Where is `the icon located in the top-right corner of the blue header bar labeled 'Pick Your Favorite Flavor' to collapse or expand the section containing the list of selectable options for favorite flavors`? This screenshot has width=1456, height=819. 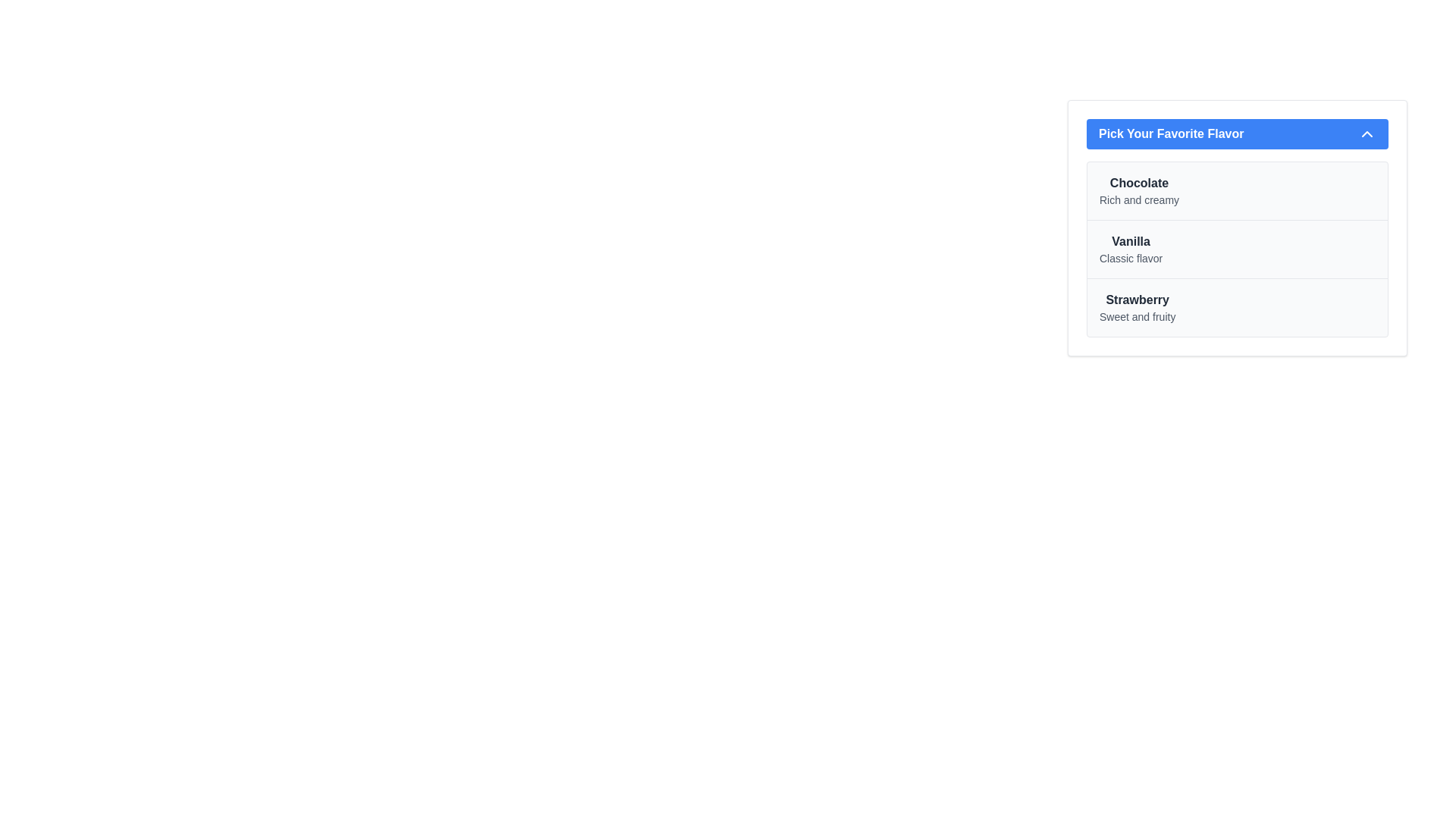
the icon located in the top-right corner of the blue header bar labeled 'Pick Your Favorite Flavor' to collapse or expand the section containing the list of selectable options for favorite flavors is located at coordinates (1367, 133).